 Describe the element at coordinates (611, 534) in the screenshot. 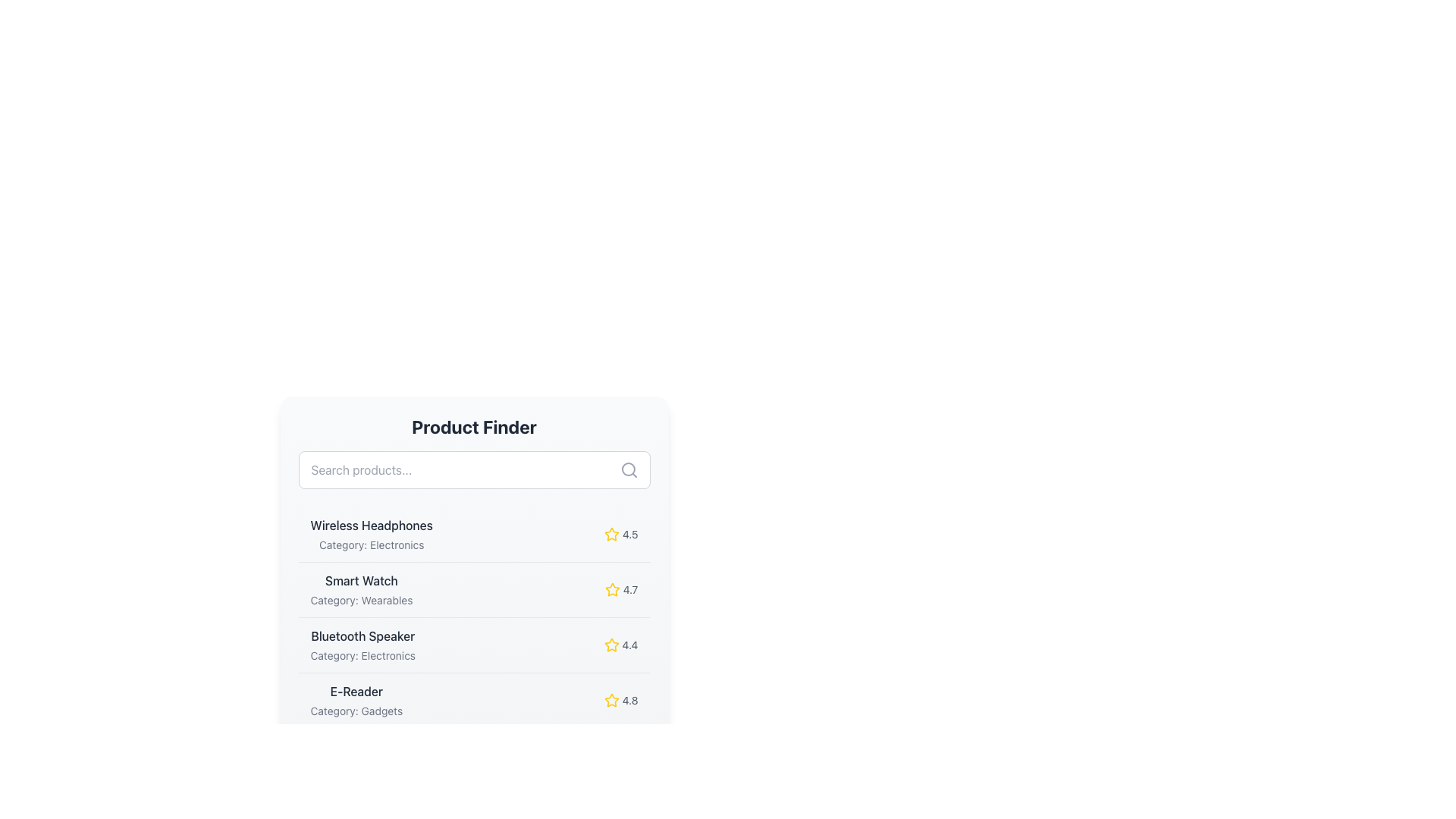

I see `the rating icon for the Wireless Headphones, which is located to the left of the rating text '4.5' in the product list` at that location.